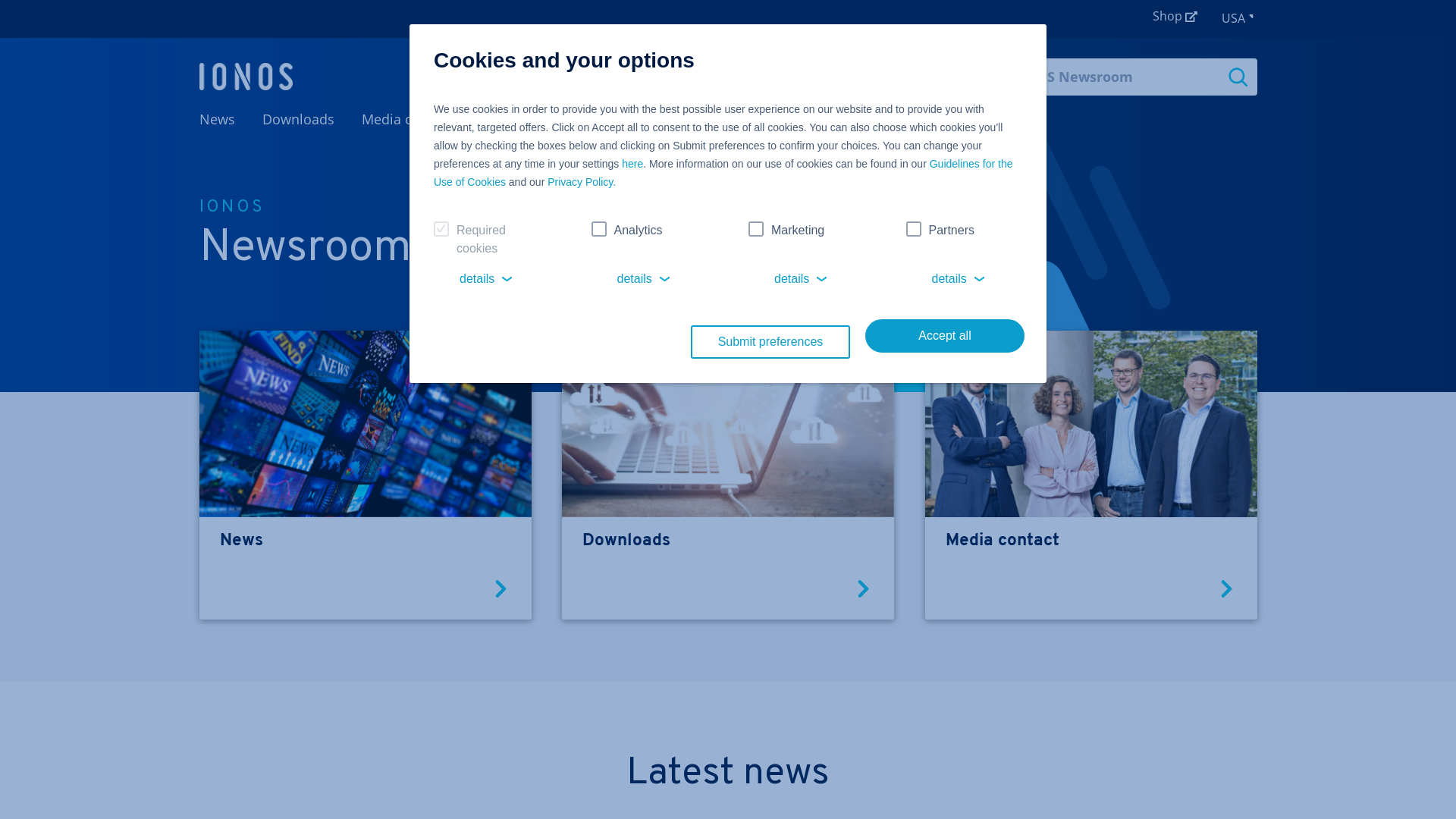  I want to click on 'Search', so click(1238, 76).